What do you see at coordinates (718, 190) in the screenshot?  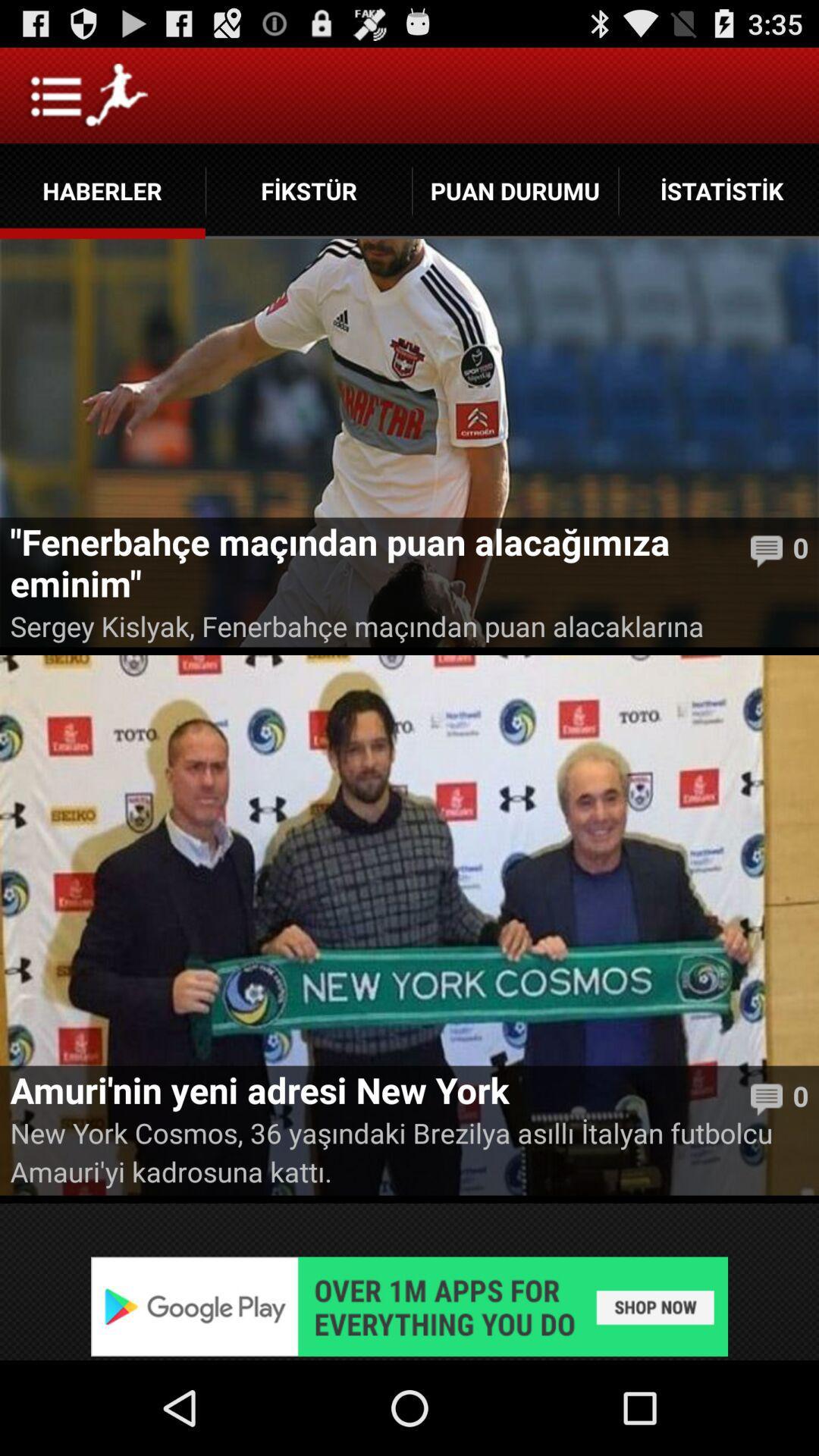 I see `the item to the right of the puan durumu item` at bounding box center [718, 190].